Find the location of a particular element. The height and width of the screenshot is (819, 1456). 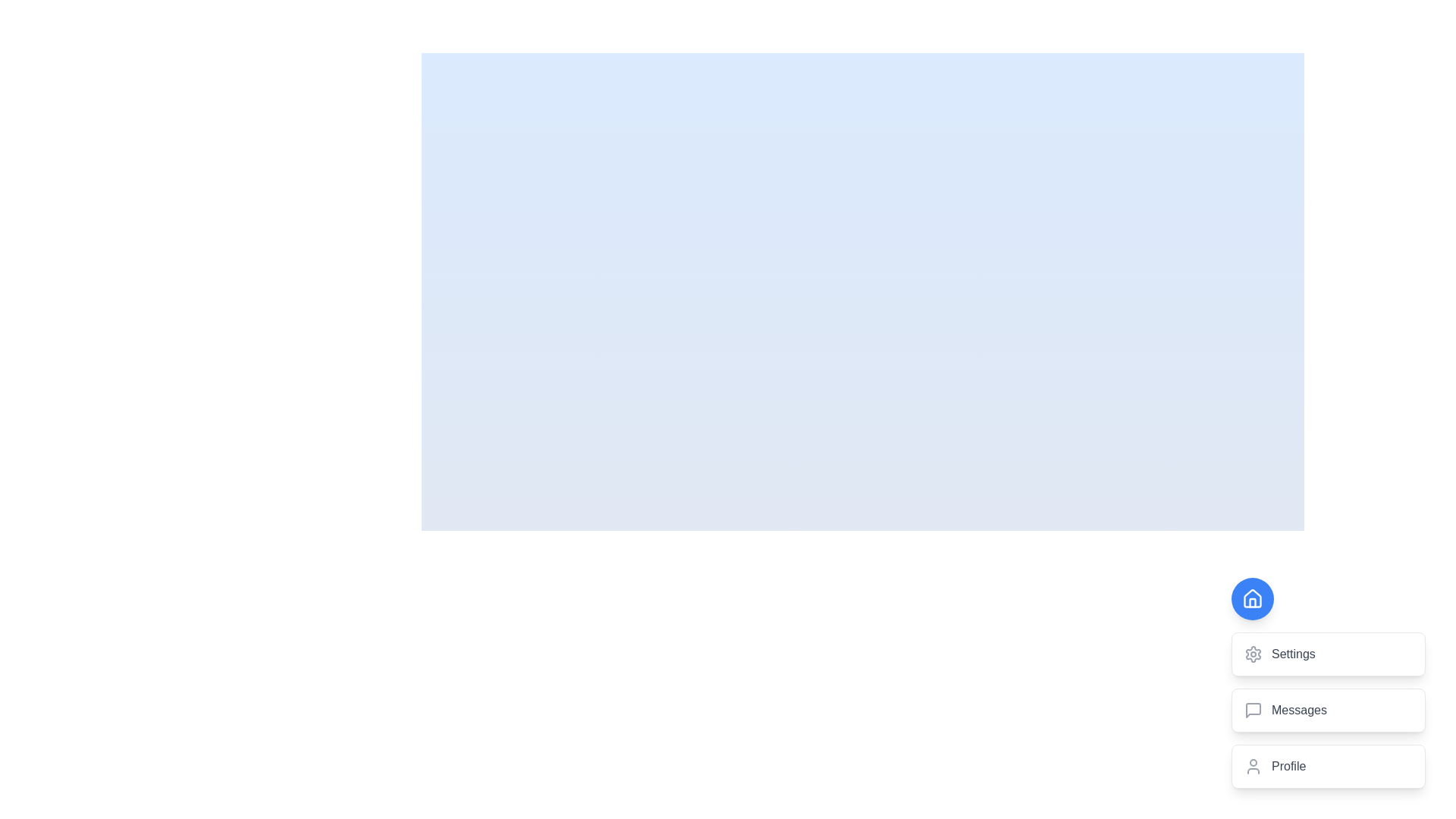

the gear icon used to denote settings located at the top of the 'Settings' section, adjacent to the 'Settings' label is located at coordinates (1253, 654).